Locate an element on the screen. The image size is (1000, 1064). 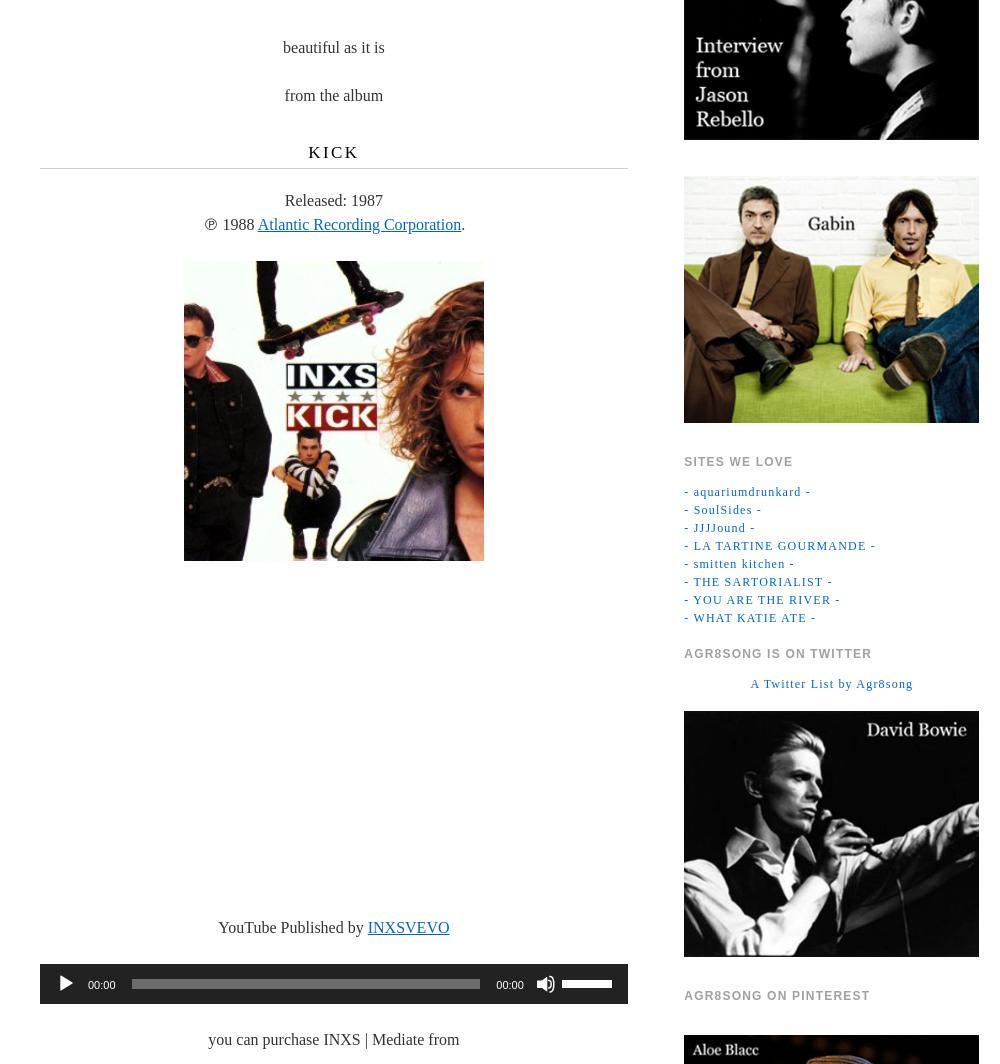
'Agr8song on Pinterest' is located at coordinates (777, 995).